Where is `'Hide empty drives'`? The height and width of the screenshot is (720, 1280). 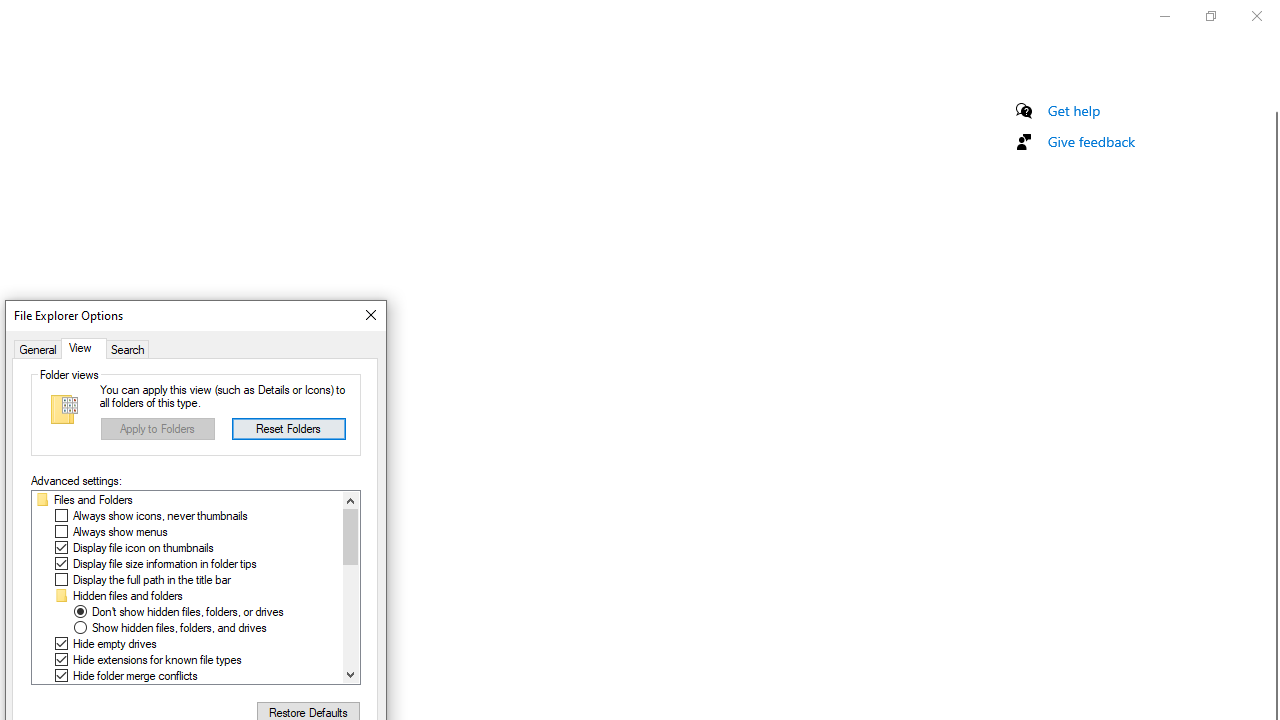 'Hide empty drives' is located at coordinates (113, 644).